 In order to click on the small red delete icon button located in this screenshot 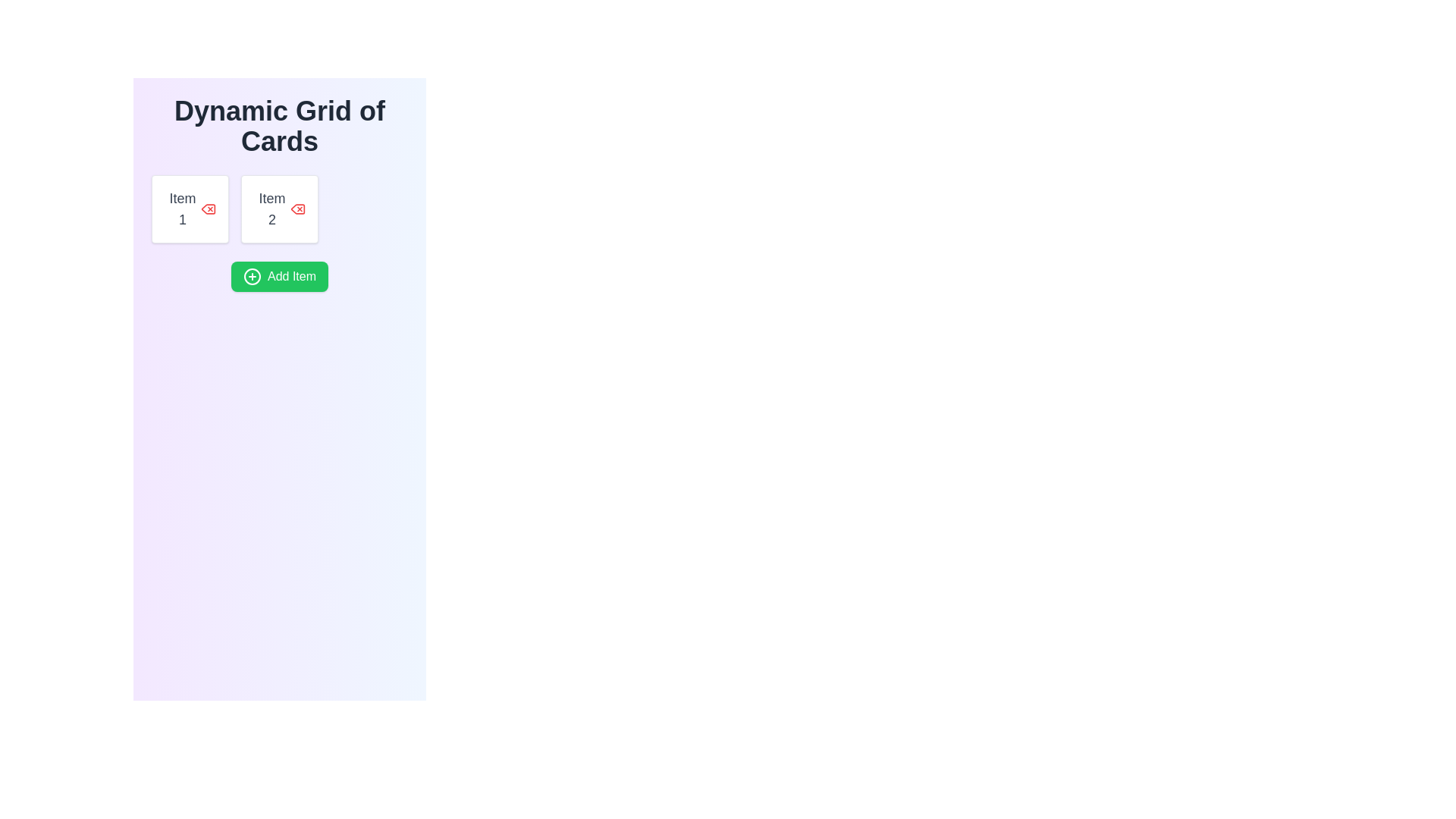, I will do `click(298, 209)`.